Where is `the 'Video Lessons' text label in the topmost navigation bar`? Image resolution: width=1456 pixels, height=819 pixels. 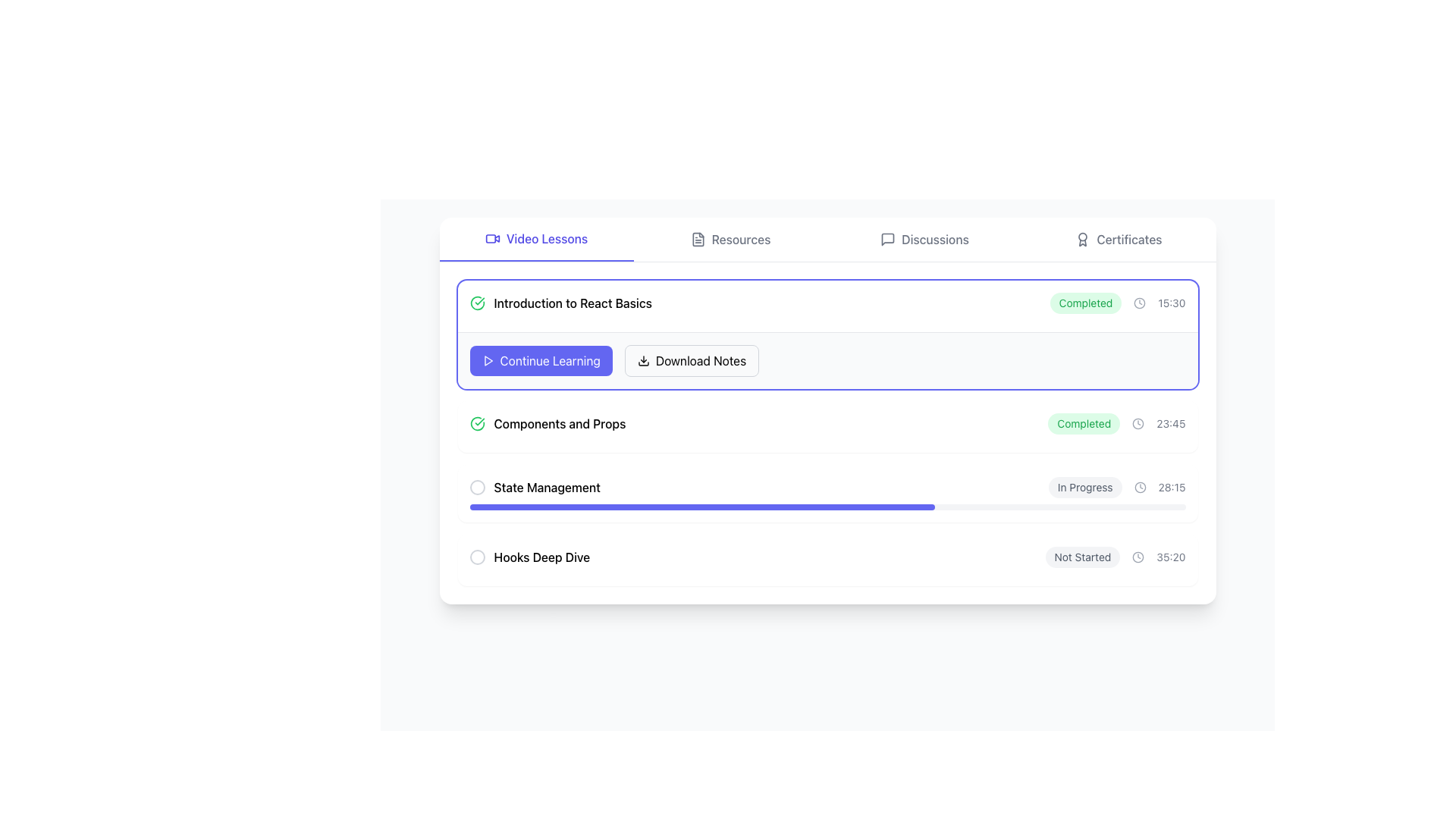 the 'Video Lessons' text label in the topmost navigation bar is located at coordinates (546, 239).